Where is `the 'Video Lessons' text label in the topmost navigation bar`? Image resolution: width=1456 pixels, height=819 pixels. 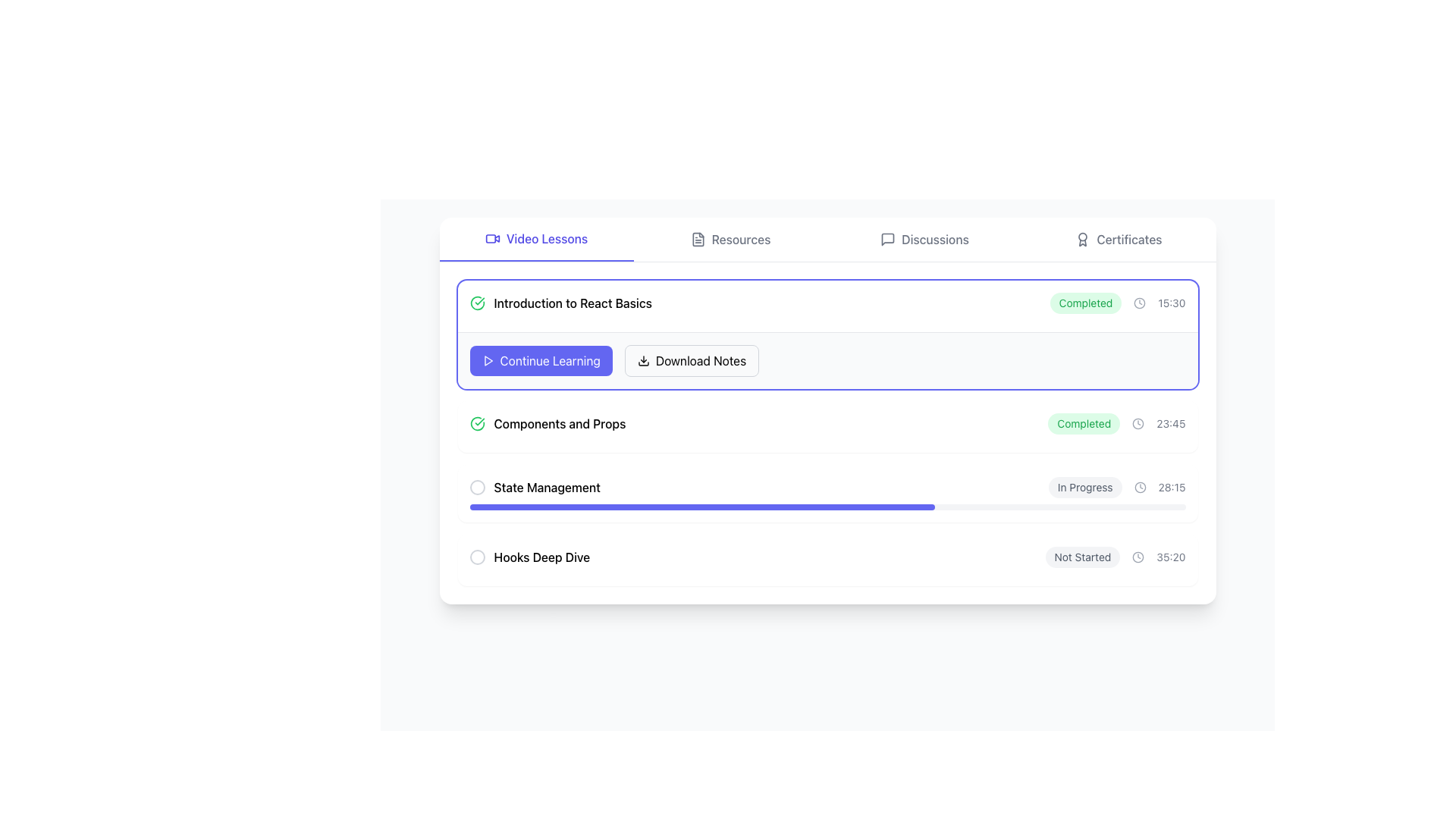 the 'Video Lessons' text label in the topmost navigation bar is located at coordinates (546, 239).